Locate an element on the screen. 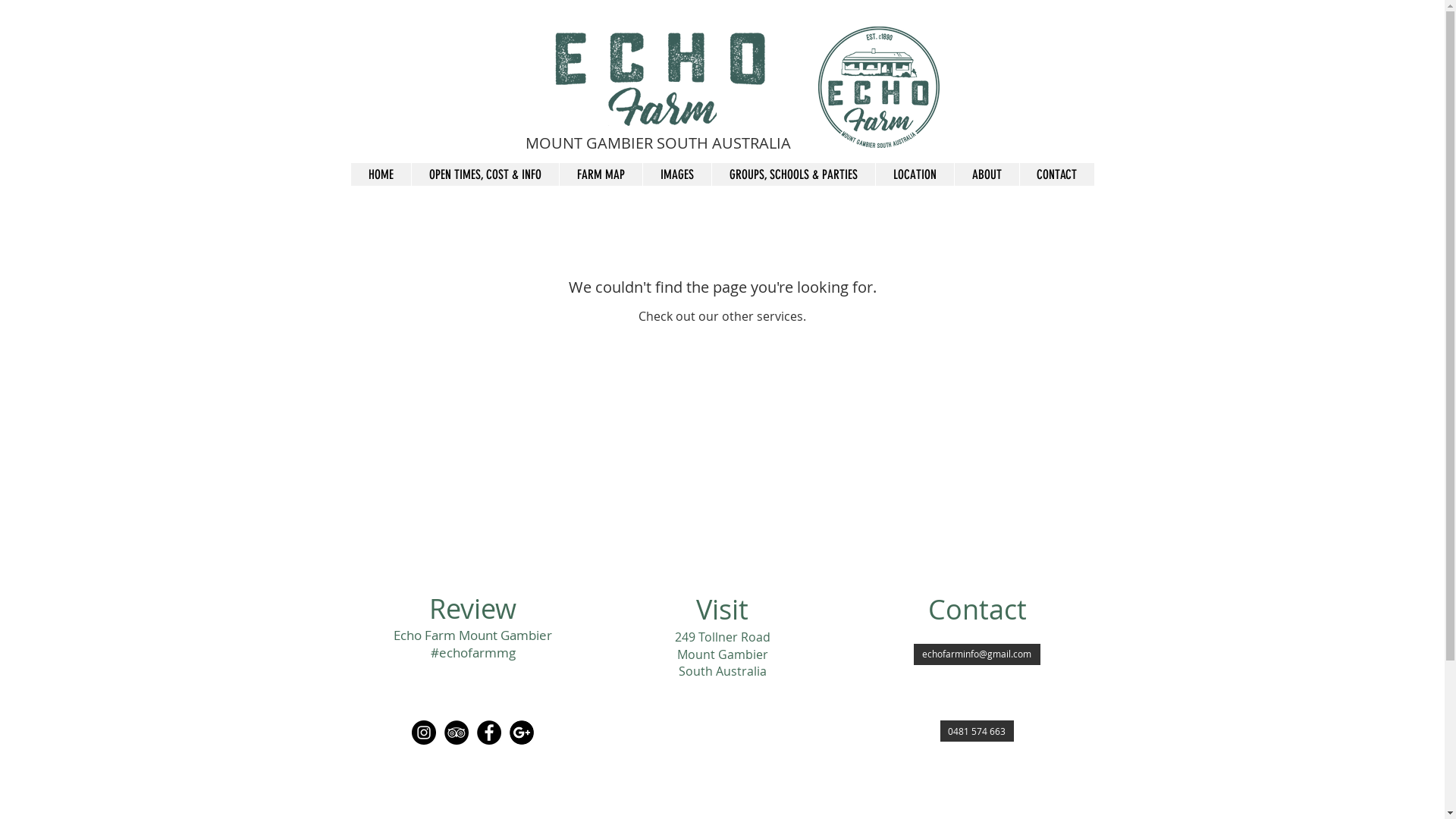 Image resolution: width=1456 pixels, height=819 pixels. '0481 574 663' is located at coordinates (939, 730).